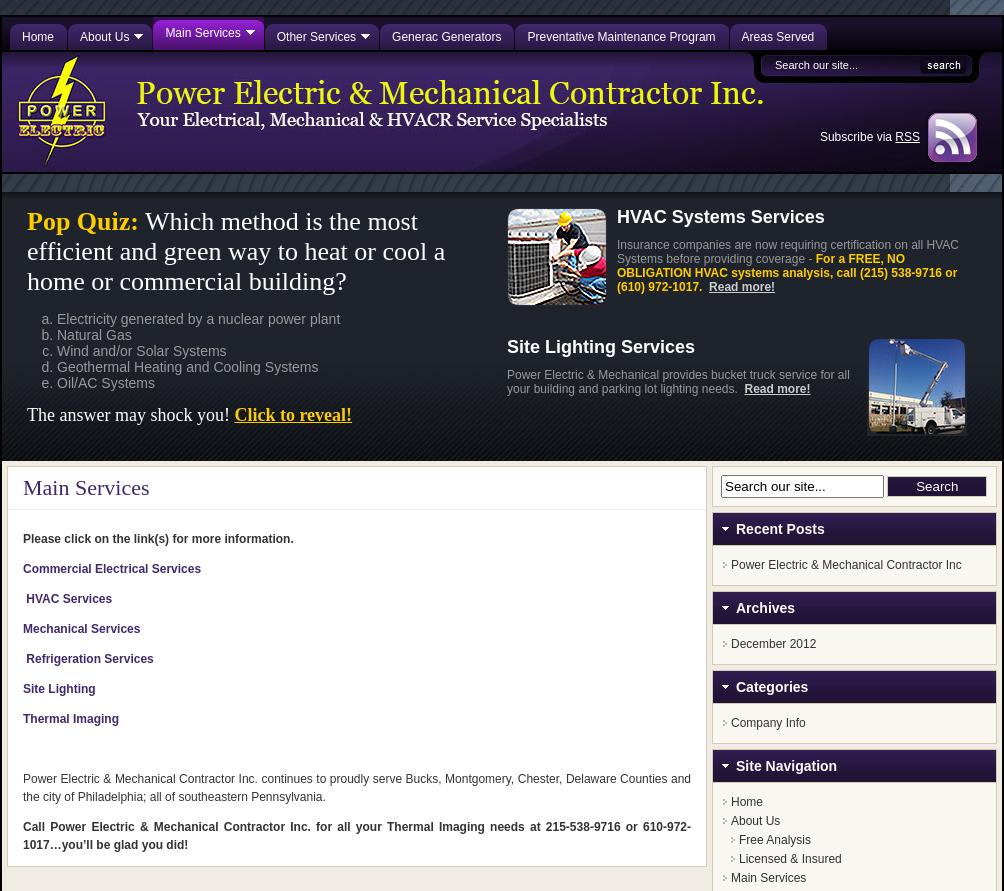 The height and width of the screenshot is (891, 1004). Describe the element at coordinates (22, 568) in the screenshot. I see `'Commercial Electrical Services'` at that location.